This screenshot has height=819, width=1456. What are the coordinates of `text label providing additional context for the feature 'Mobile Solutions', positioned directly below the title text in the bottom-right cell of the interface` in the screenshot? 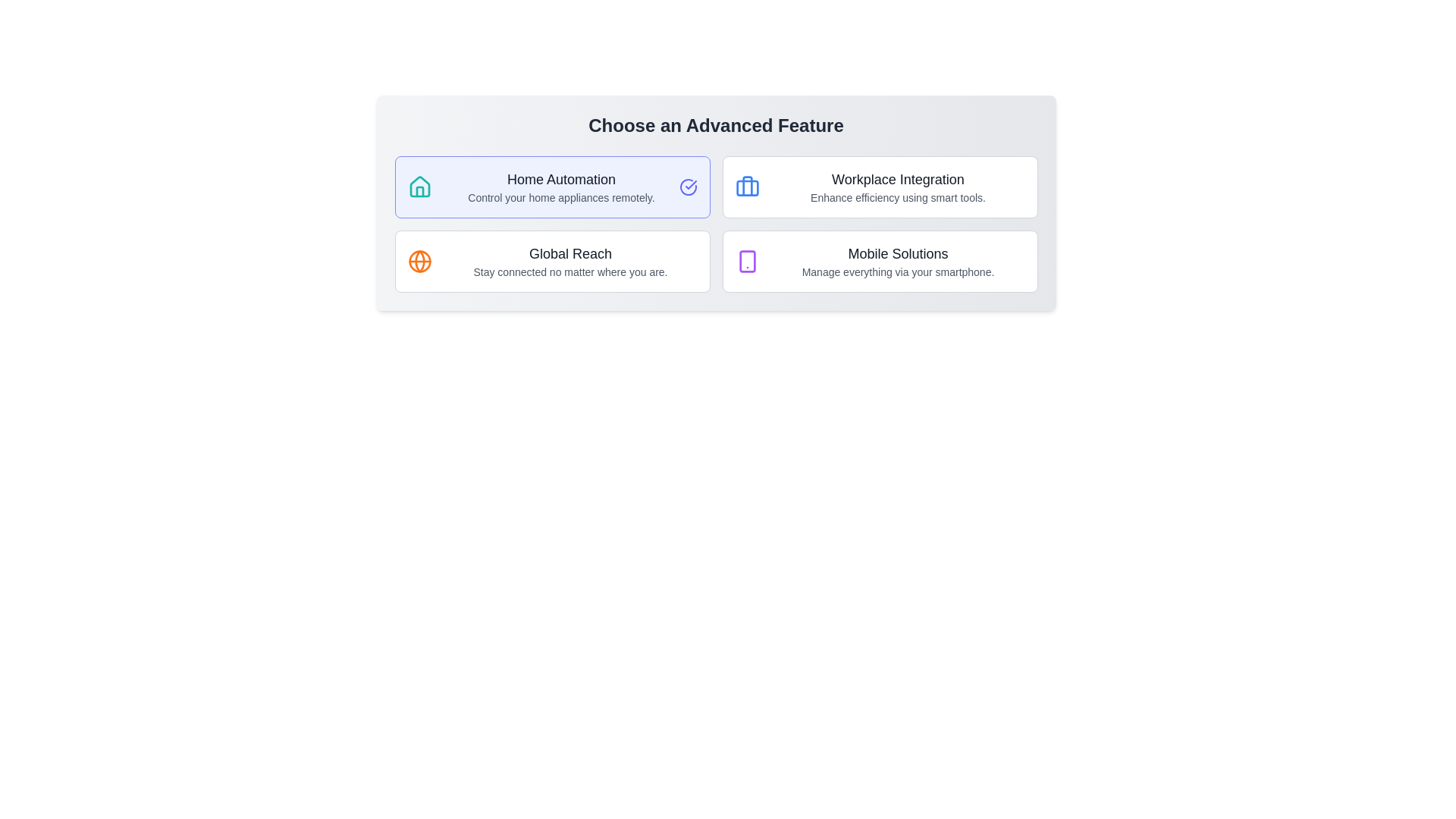 It's located at (898, 271).